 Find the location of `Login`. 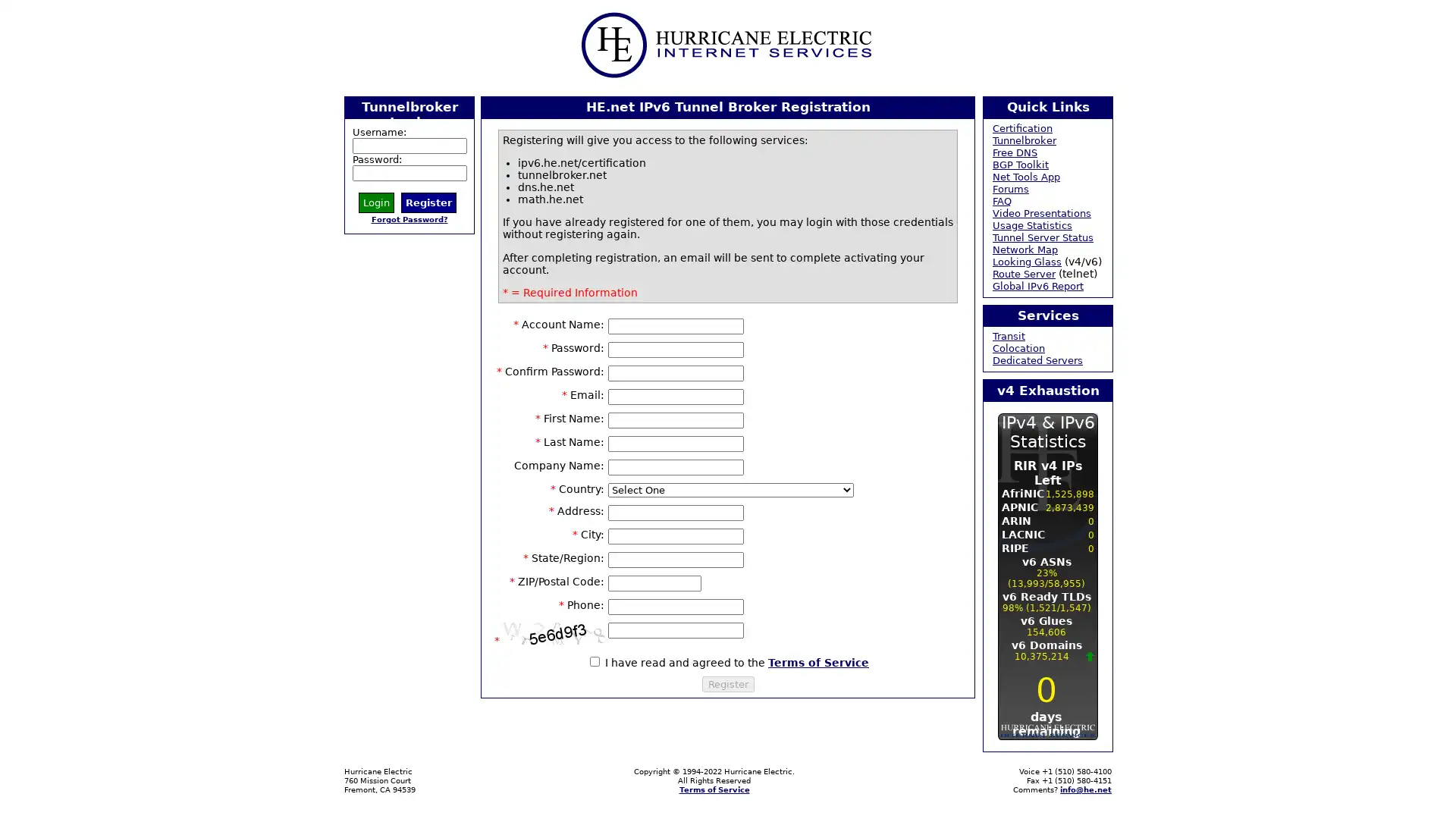

Login is located at coordinates (376, 201).